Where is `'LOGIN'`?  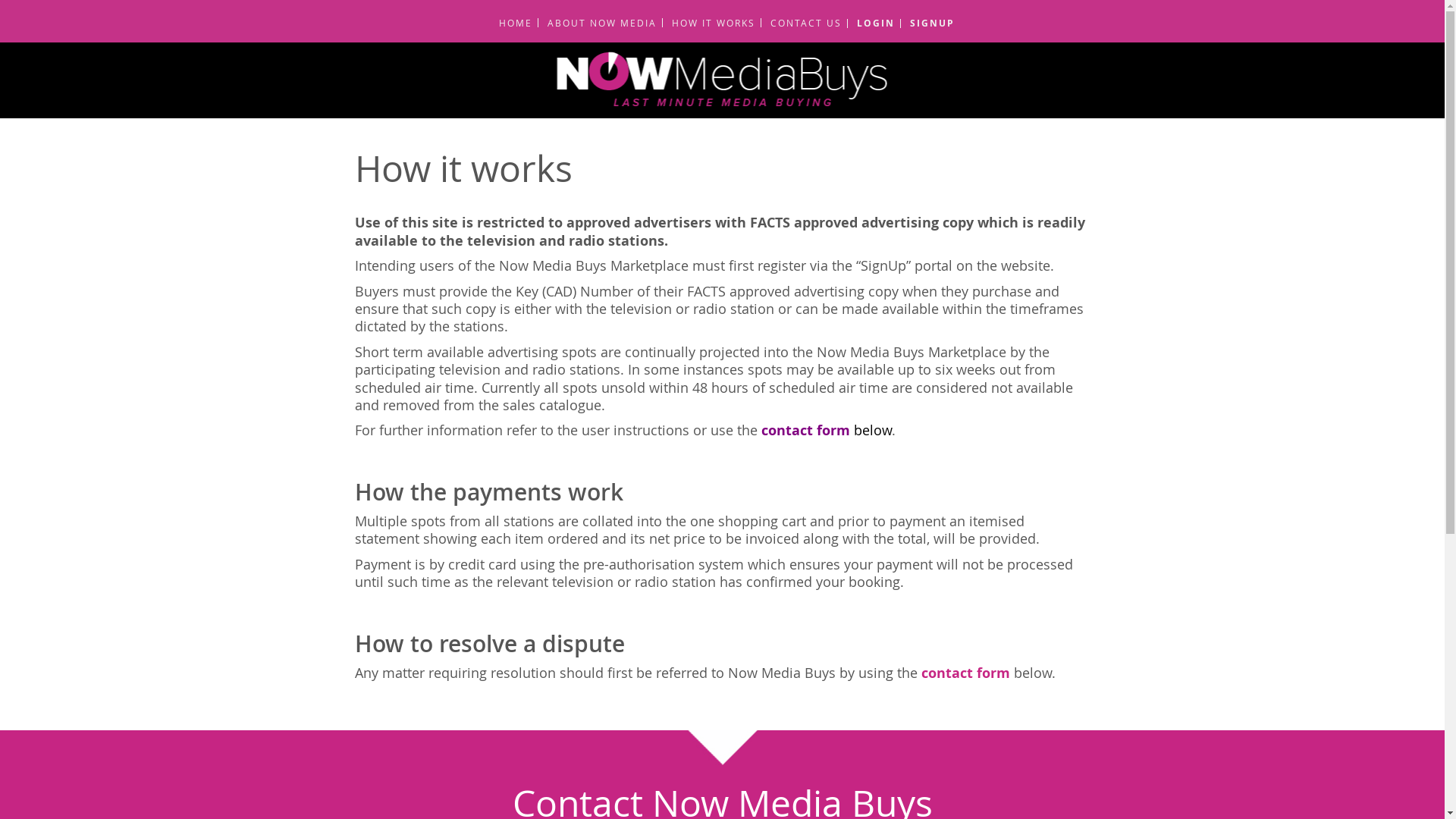
'LOGIN' is located at coordinates (871, 23).